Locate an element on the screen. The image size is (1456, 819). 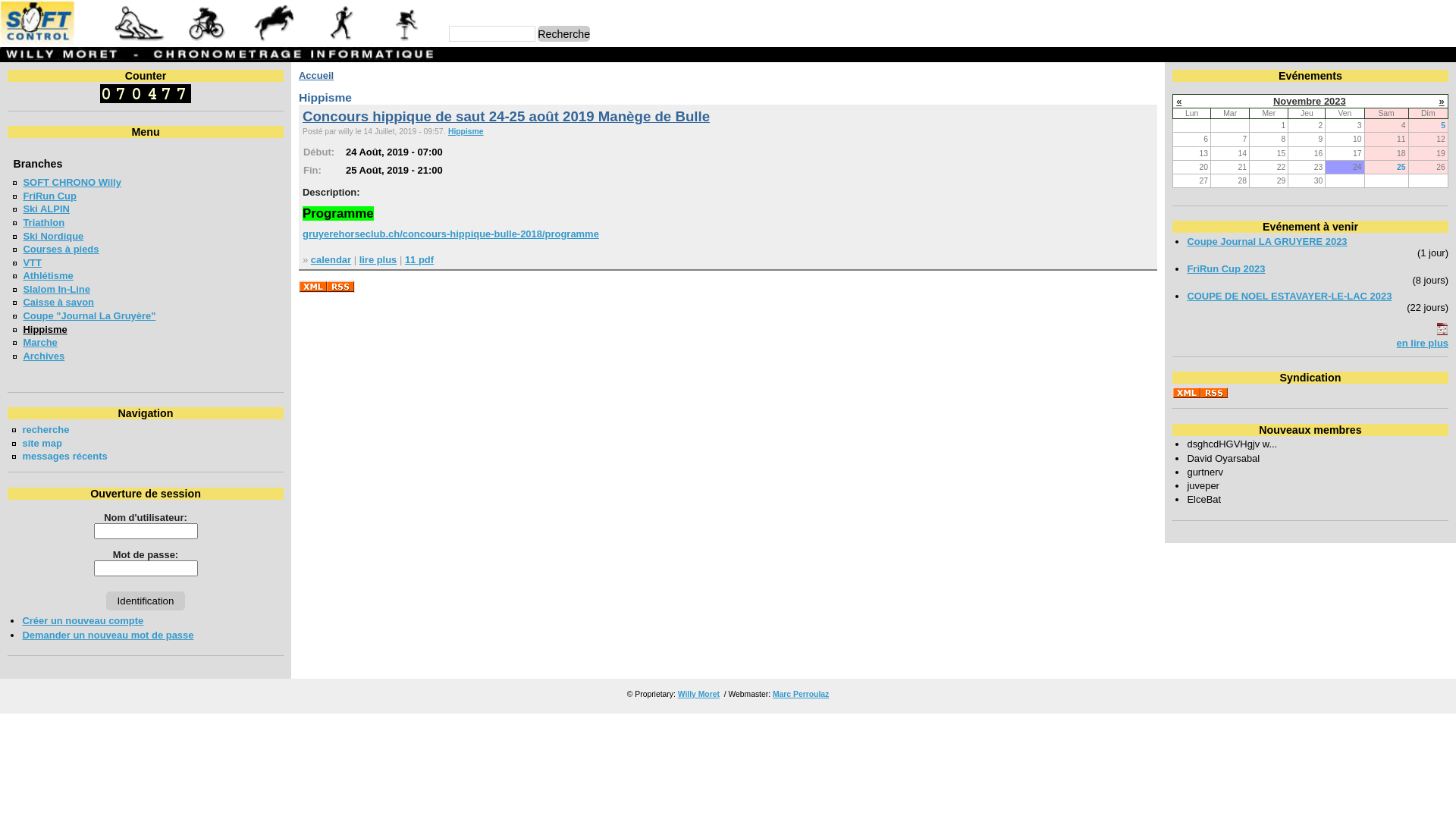
'Marche' is located at coordinates (39, 342).